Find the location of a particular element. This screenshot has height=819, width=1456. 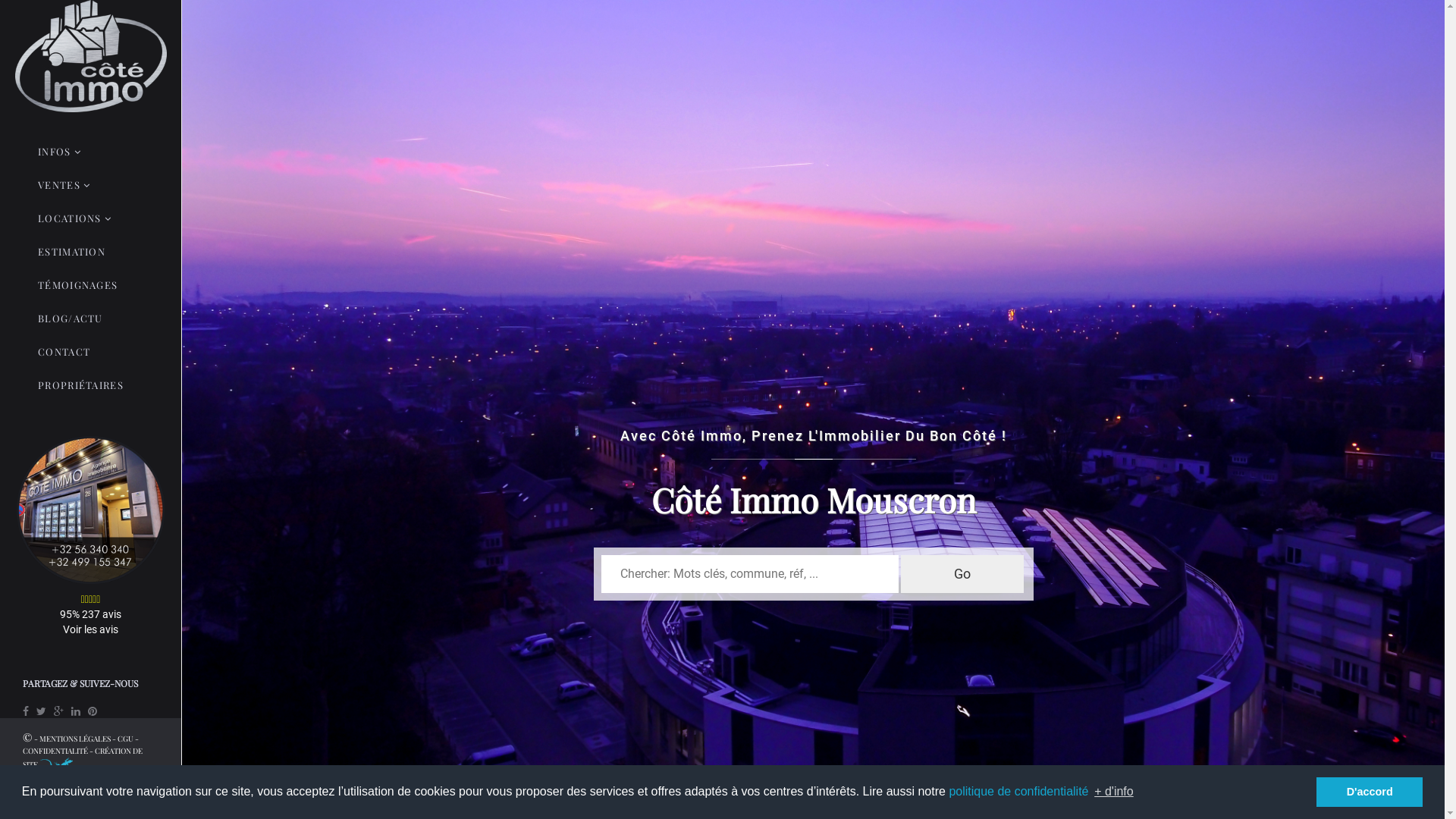

'VENTES' is located at coordinates (63, 184).